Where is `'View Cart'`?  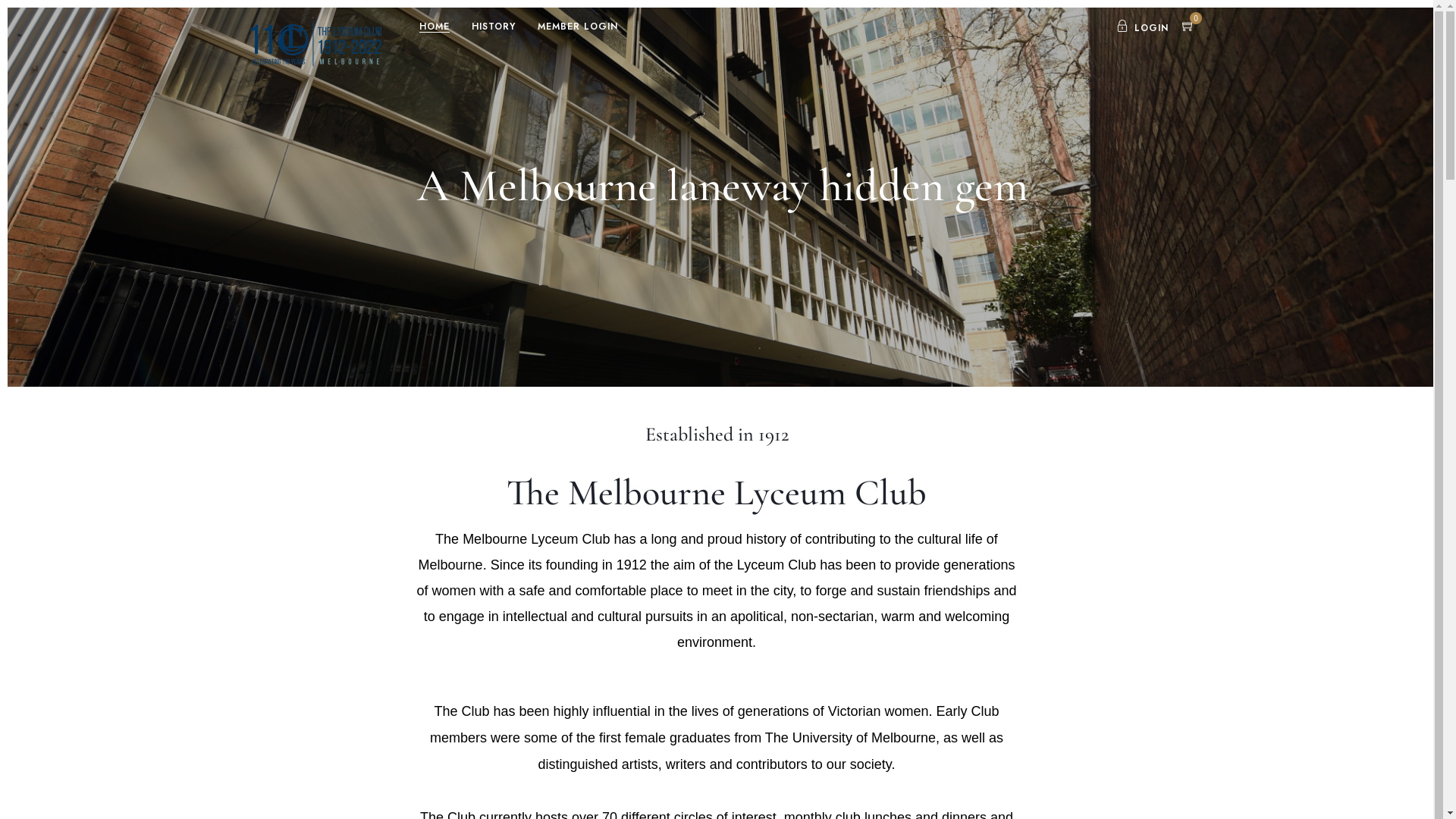 'View Cart' is located at coordinates (1187, 28).